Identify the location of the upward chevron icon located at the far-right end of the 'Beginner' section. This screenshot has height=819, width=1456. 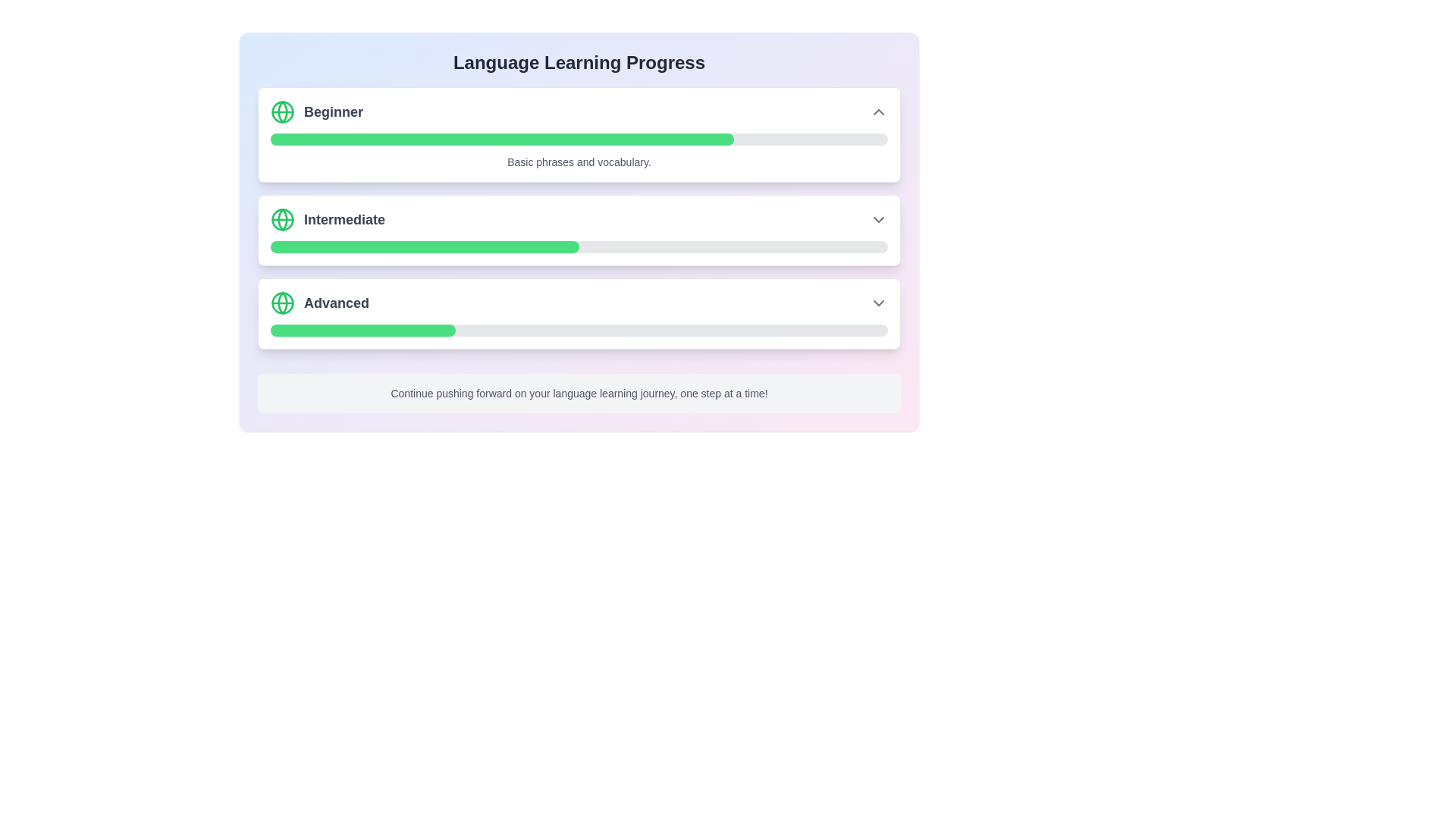
(878, 111).